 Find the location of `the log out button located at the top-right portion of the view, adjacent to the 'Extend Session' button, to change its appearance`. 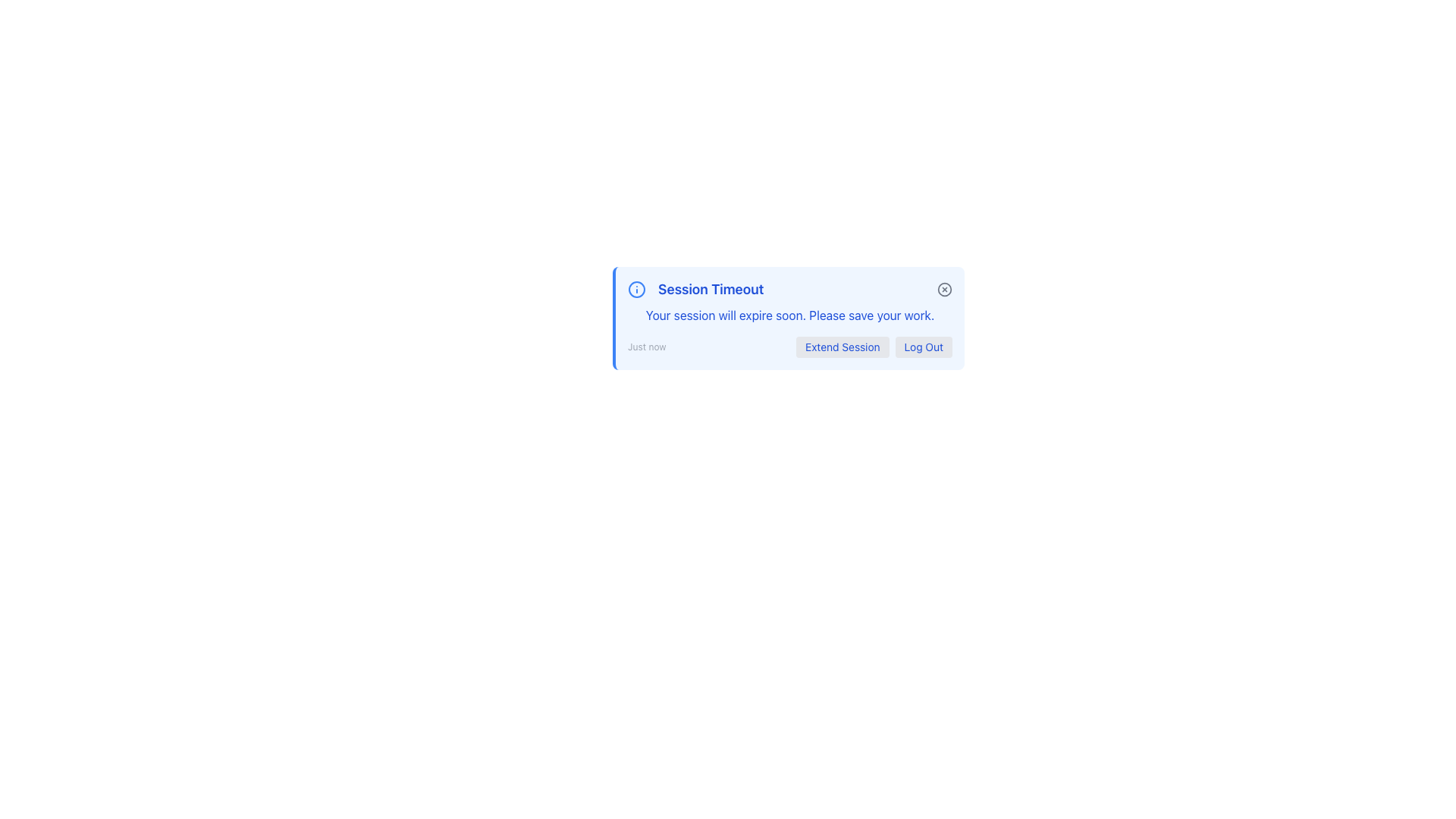

the log out button located at the top-right portion of the view, adjacent to the 'Extend Session' button, to change its appearance is located at coordinates (923, 347).